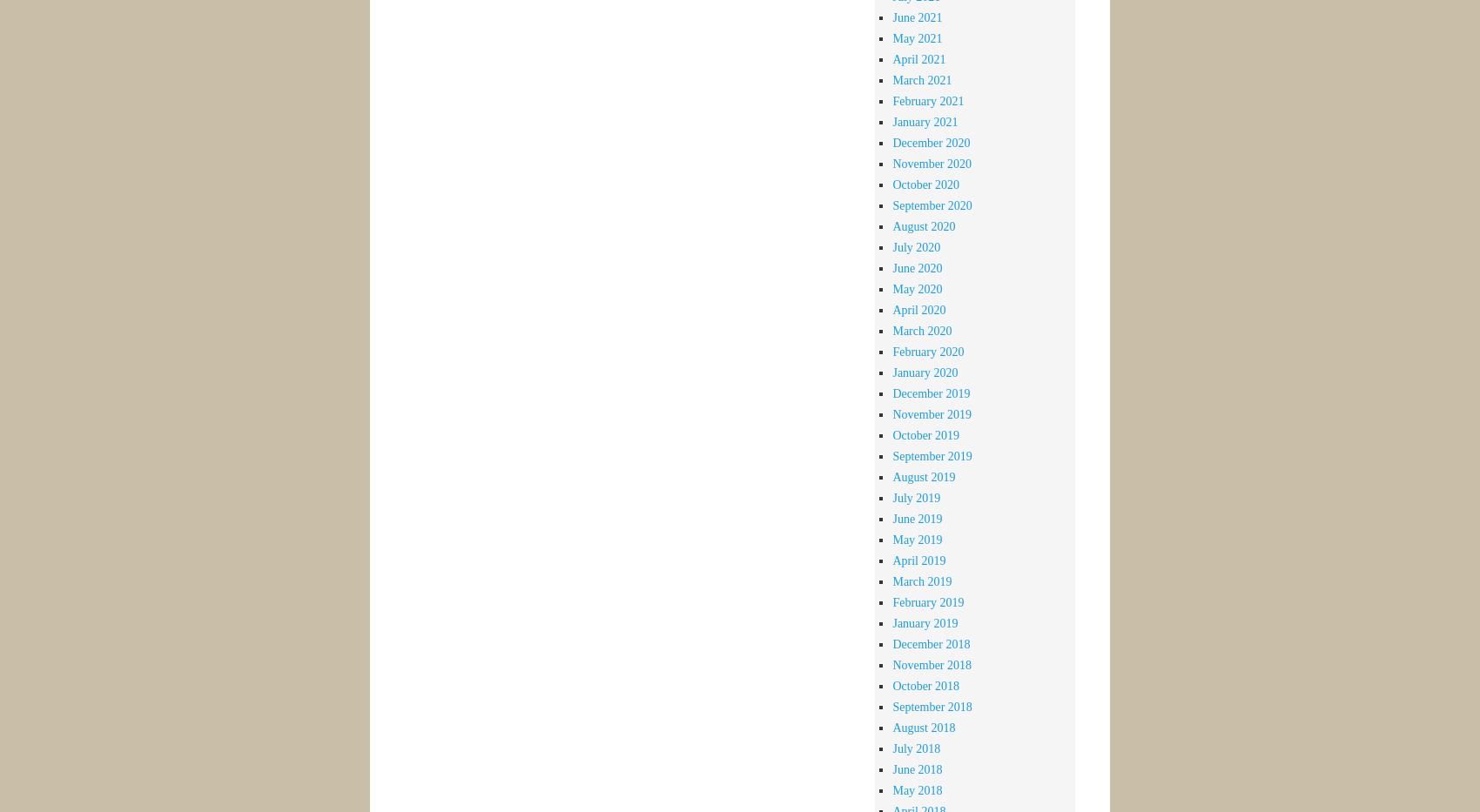 The height and width of the screenshot is (812, 1480). What do you see at coordinates (925, 183) in the screenshot?
I see `'October 2020'` at bounding box center [925, 183].